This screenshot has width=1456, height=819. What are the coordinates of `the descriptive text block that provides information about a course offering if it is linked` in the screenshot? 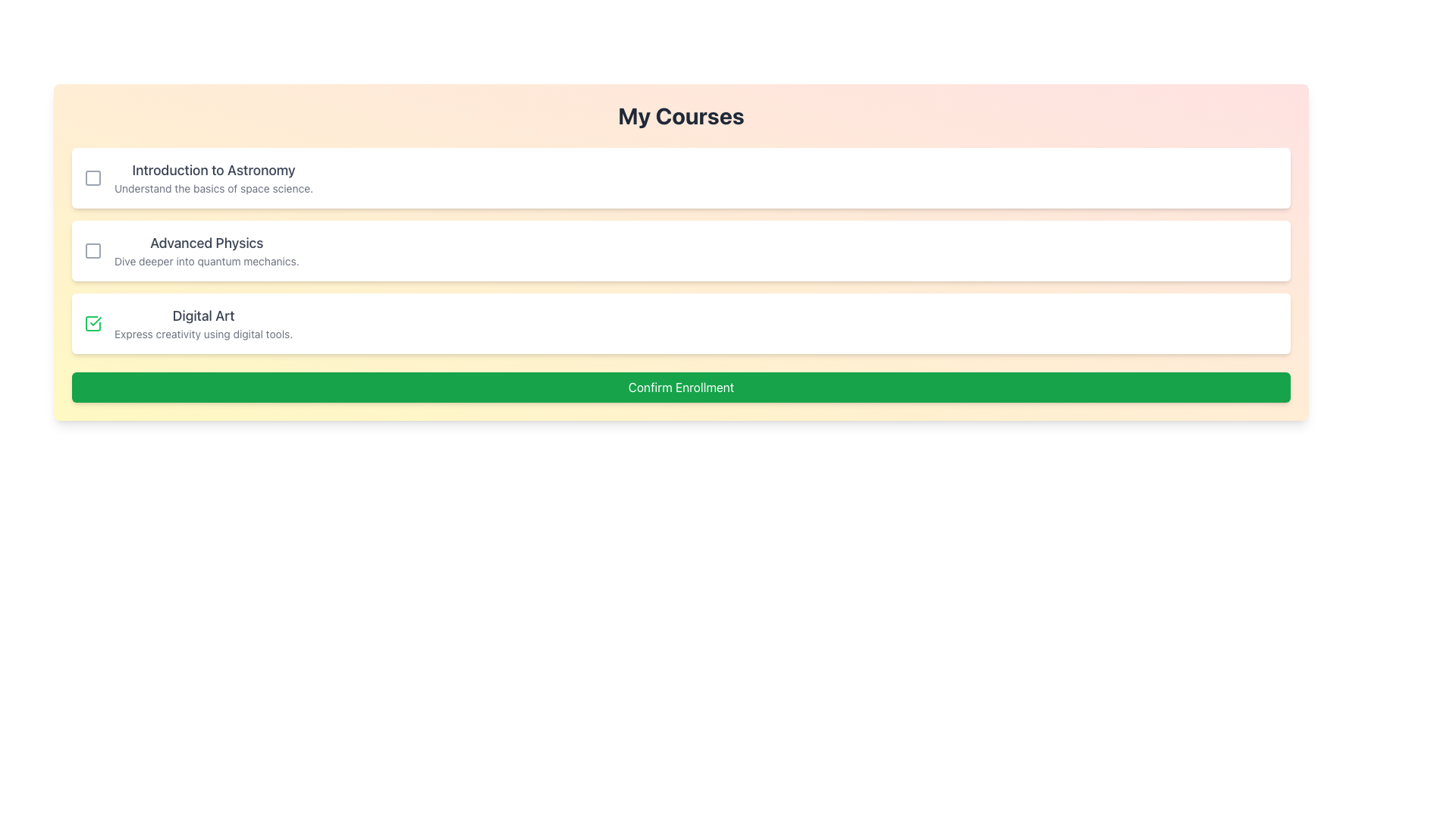 It's located at (213, 177).